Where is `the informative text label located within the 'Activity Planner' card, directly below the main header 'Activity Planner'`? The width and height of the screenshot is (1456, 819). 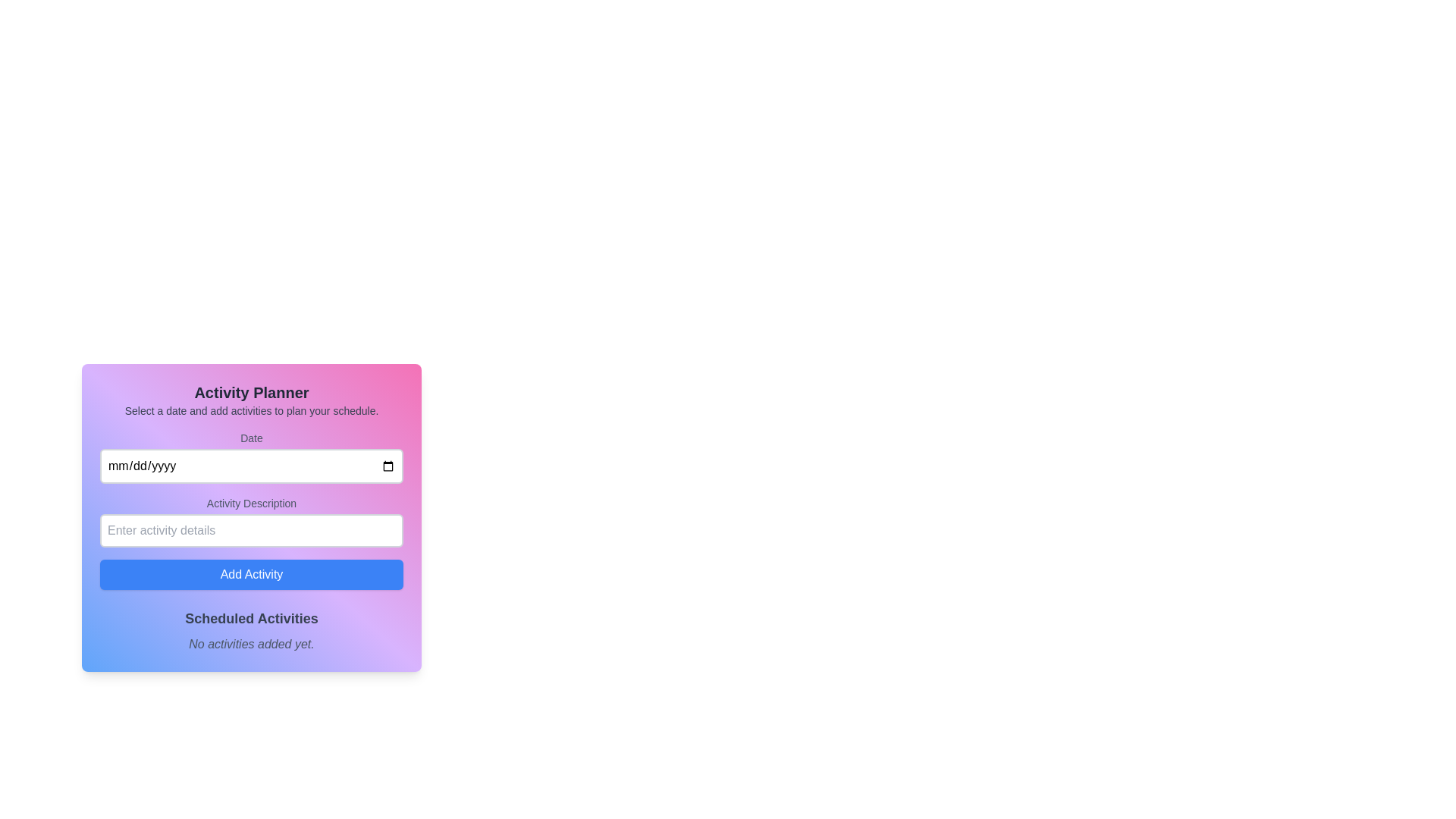 the informative text label located within the 'Activity Planner' card, directly below the main header 'Activity Planner' is located at coordinates (251, 411).